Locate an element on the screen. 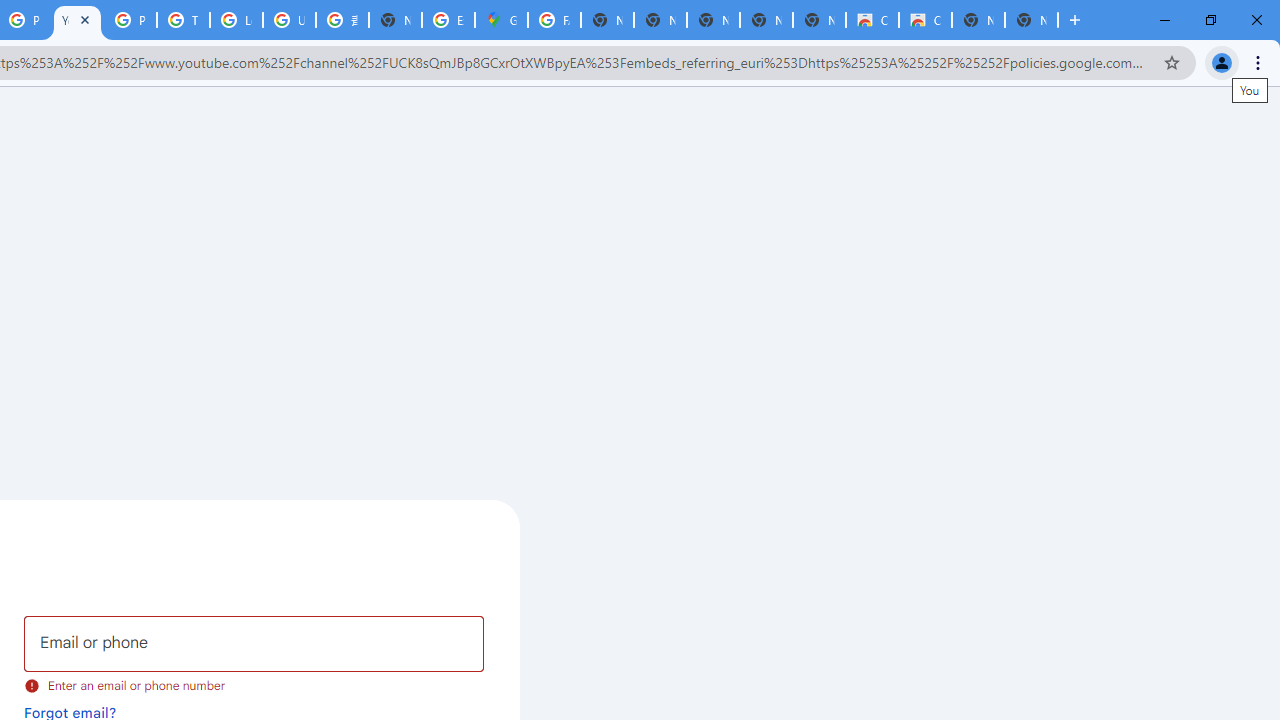  'Classic Blue - Chrome Web Store' is located at coordinates (924, 20).